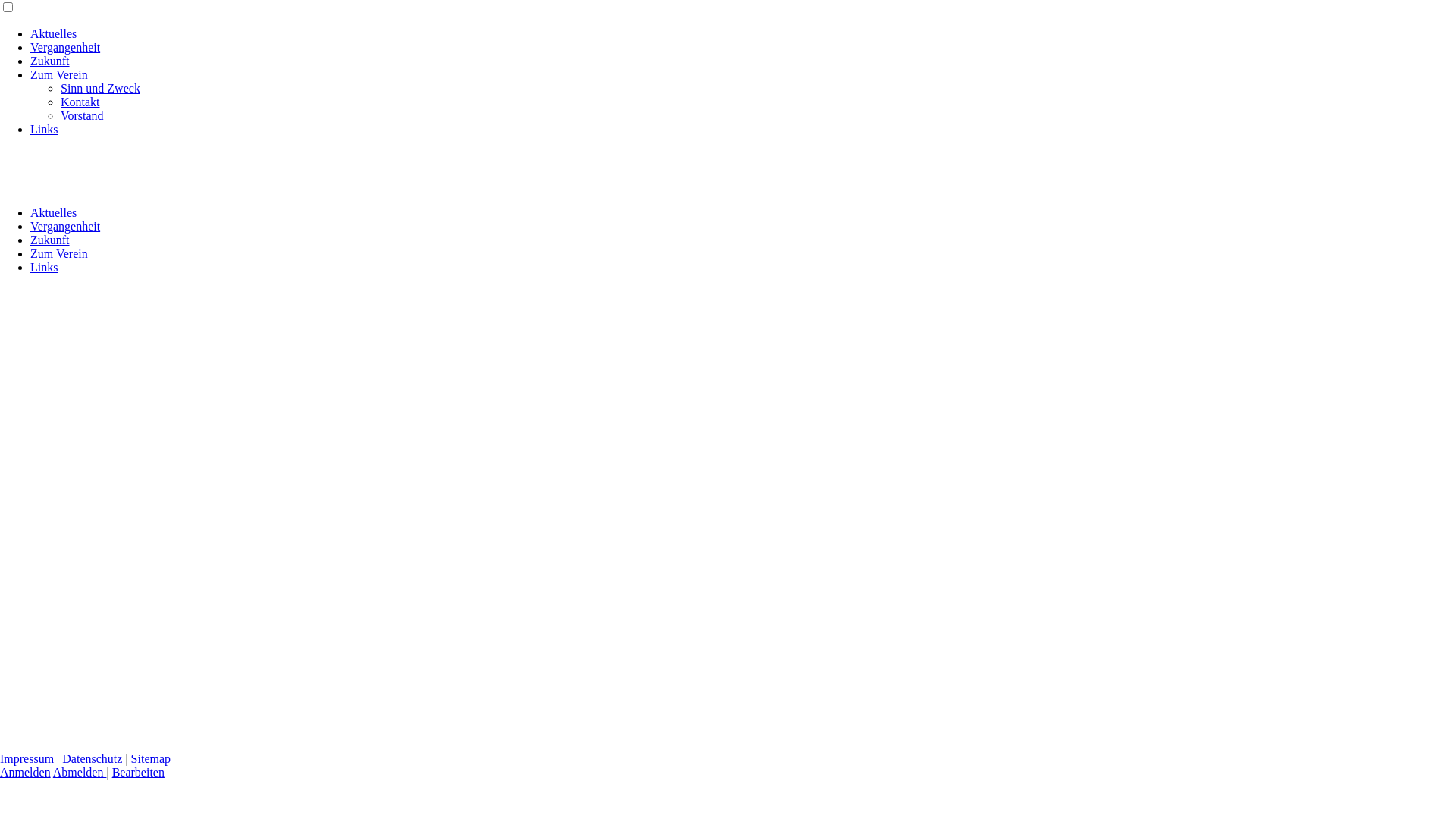  I want to click on 'Links', so click(43, 128).